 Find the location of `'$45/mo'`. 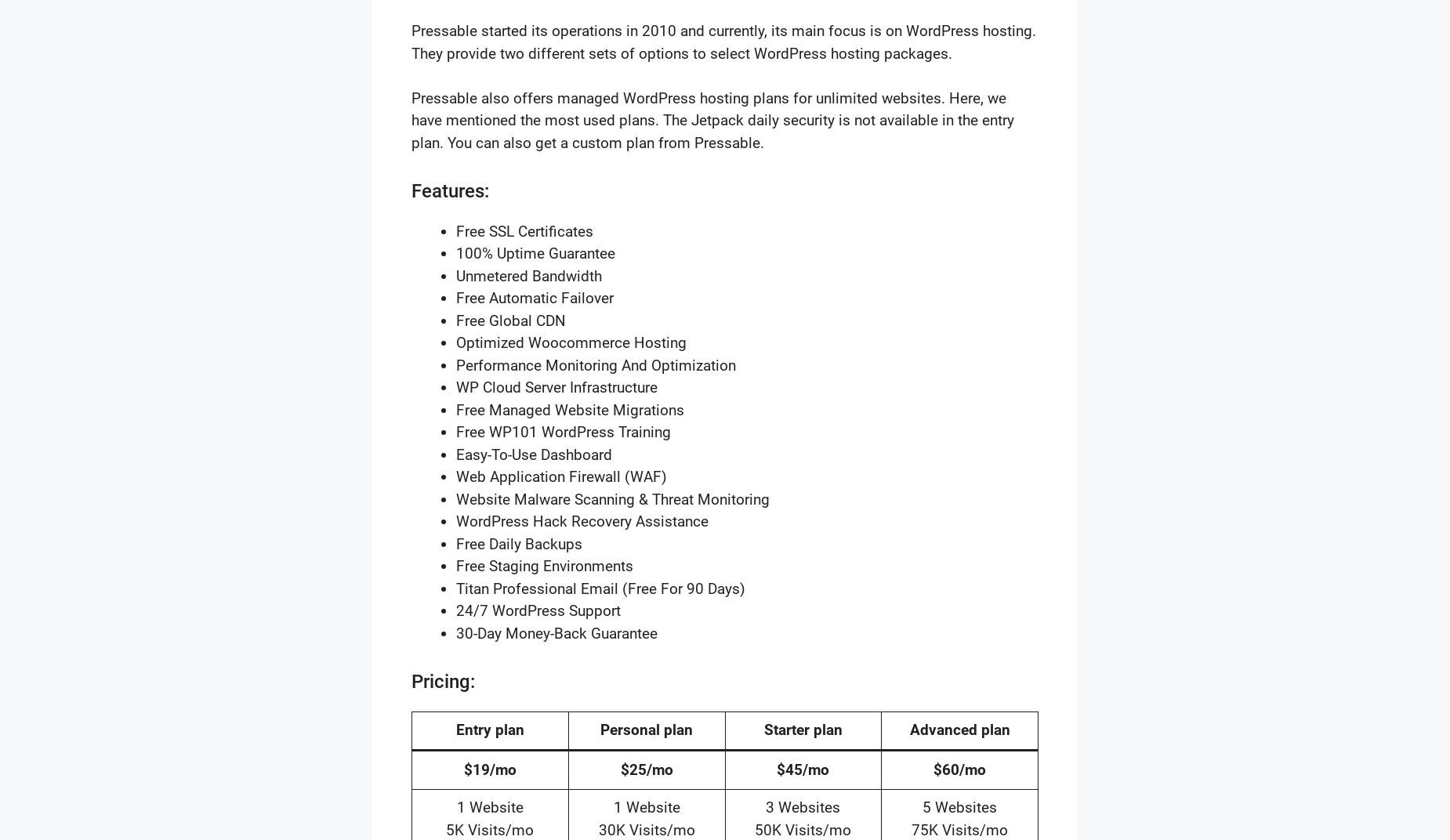

'$45/mo' is located at coordinates (802, 768).